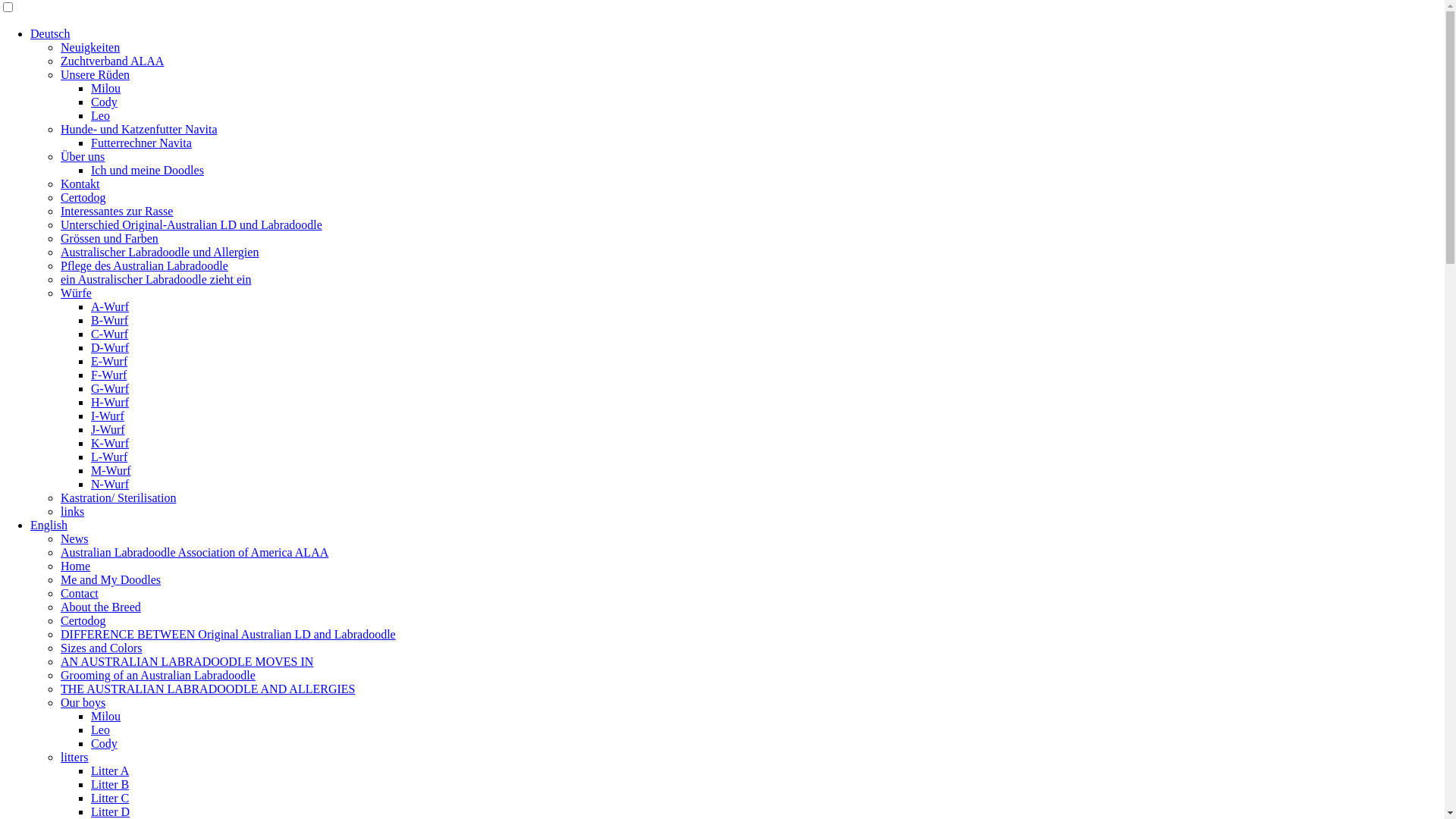  I want to click on 'E-Wurf', so click(108, 361).